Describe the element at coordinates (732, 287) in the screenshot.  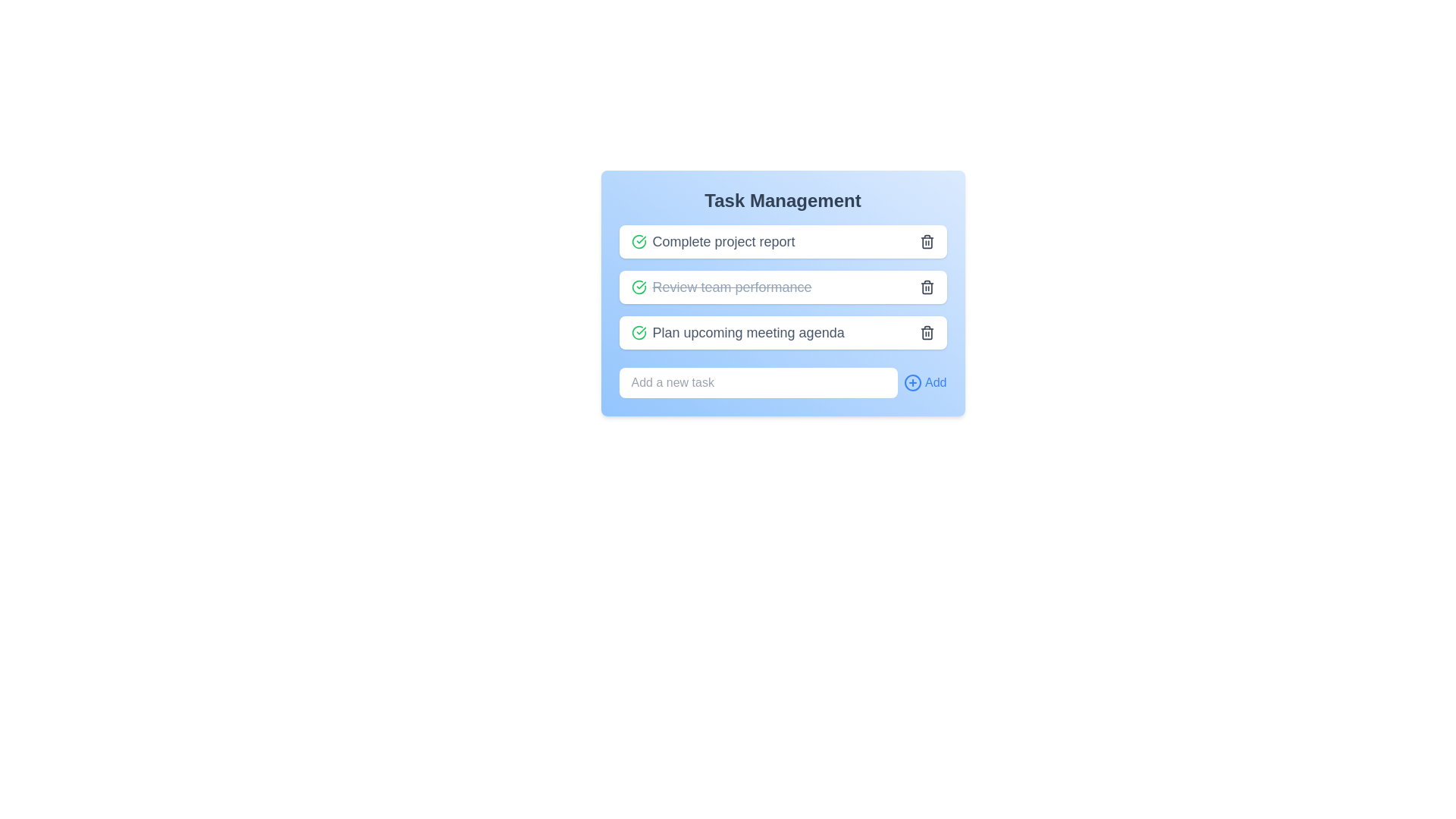
I see `the static text label representing a completed task description, which is marked with a strikethrough in the task management system` at that location.